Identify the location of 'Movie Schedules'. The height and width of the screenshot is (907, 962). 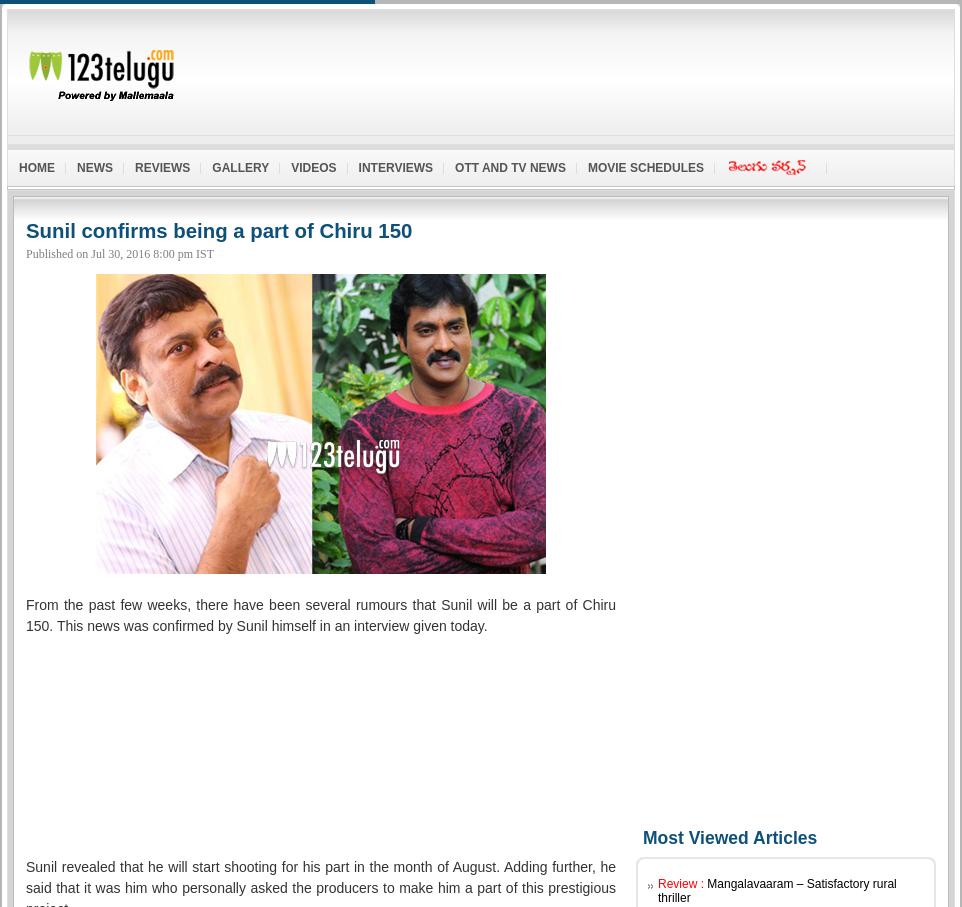
(645, 166).